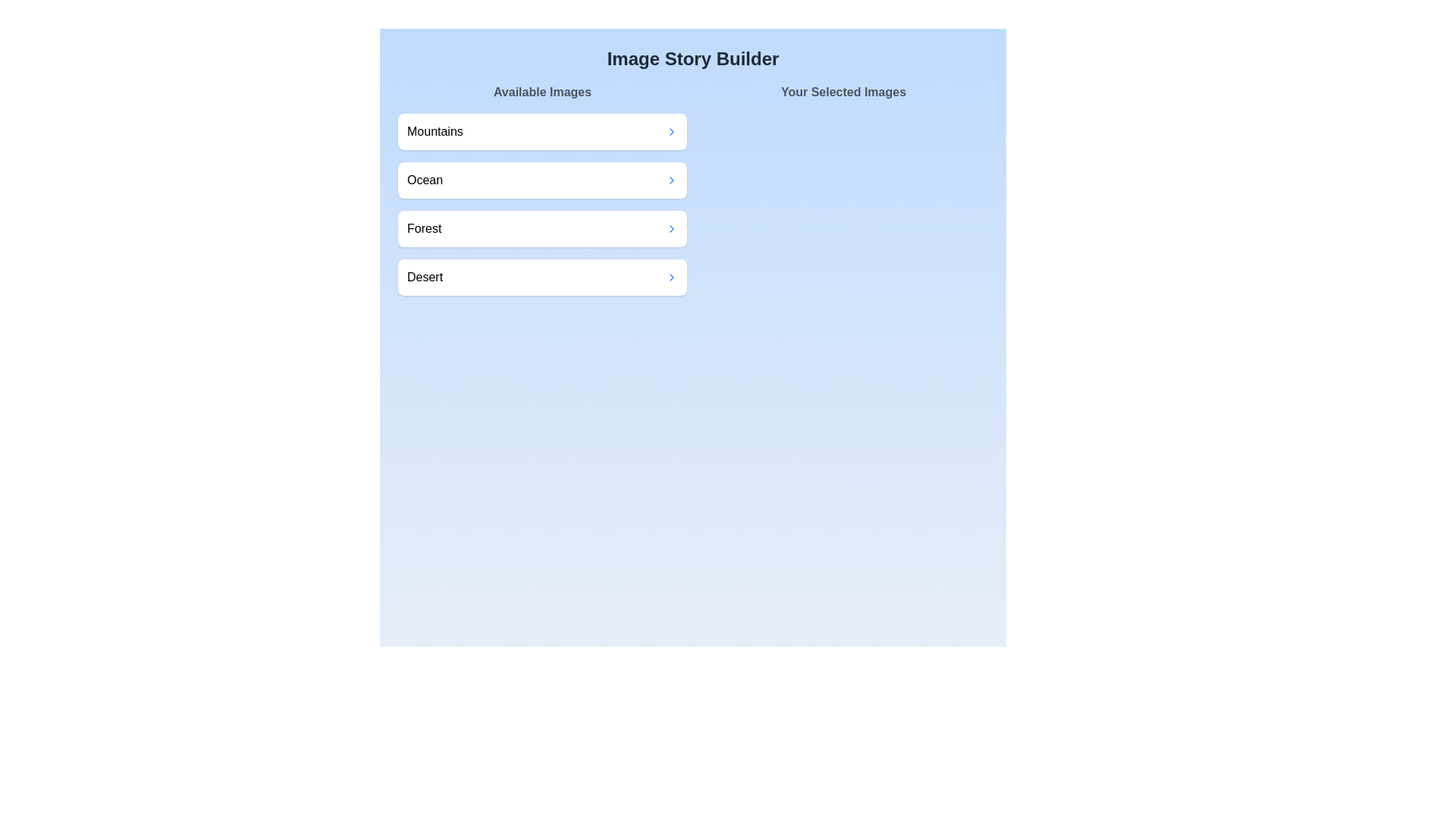  What do you see at coordinates (843, 93) in the screenshot?
I see `the heading Your Selected Images` at bounding box center [843, 93].